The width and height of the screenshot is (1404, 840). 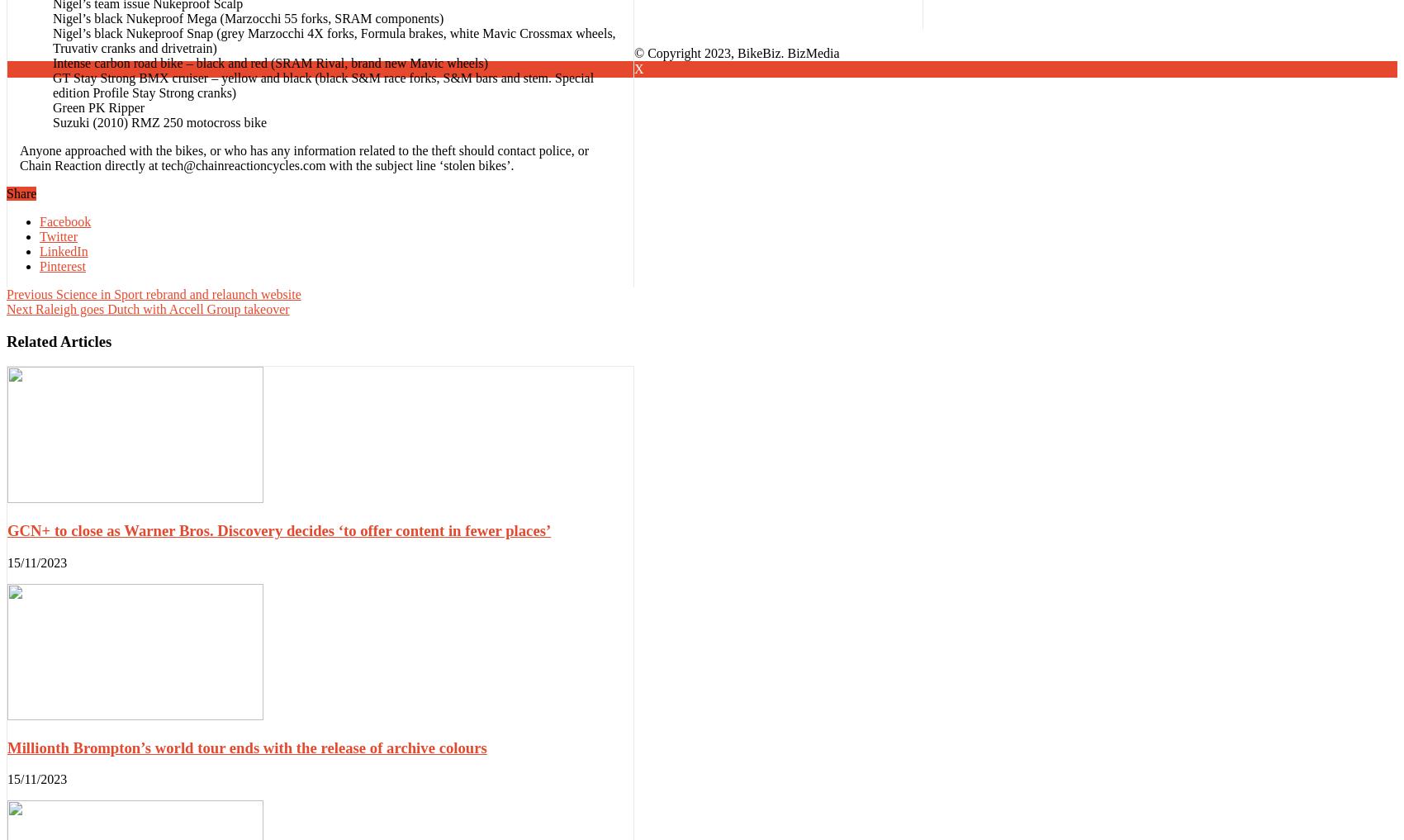 What do you see at coordinates (638, 68) in the screenshot?
I see `'X'` at bounding box center [638, 68].